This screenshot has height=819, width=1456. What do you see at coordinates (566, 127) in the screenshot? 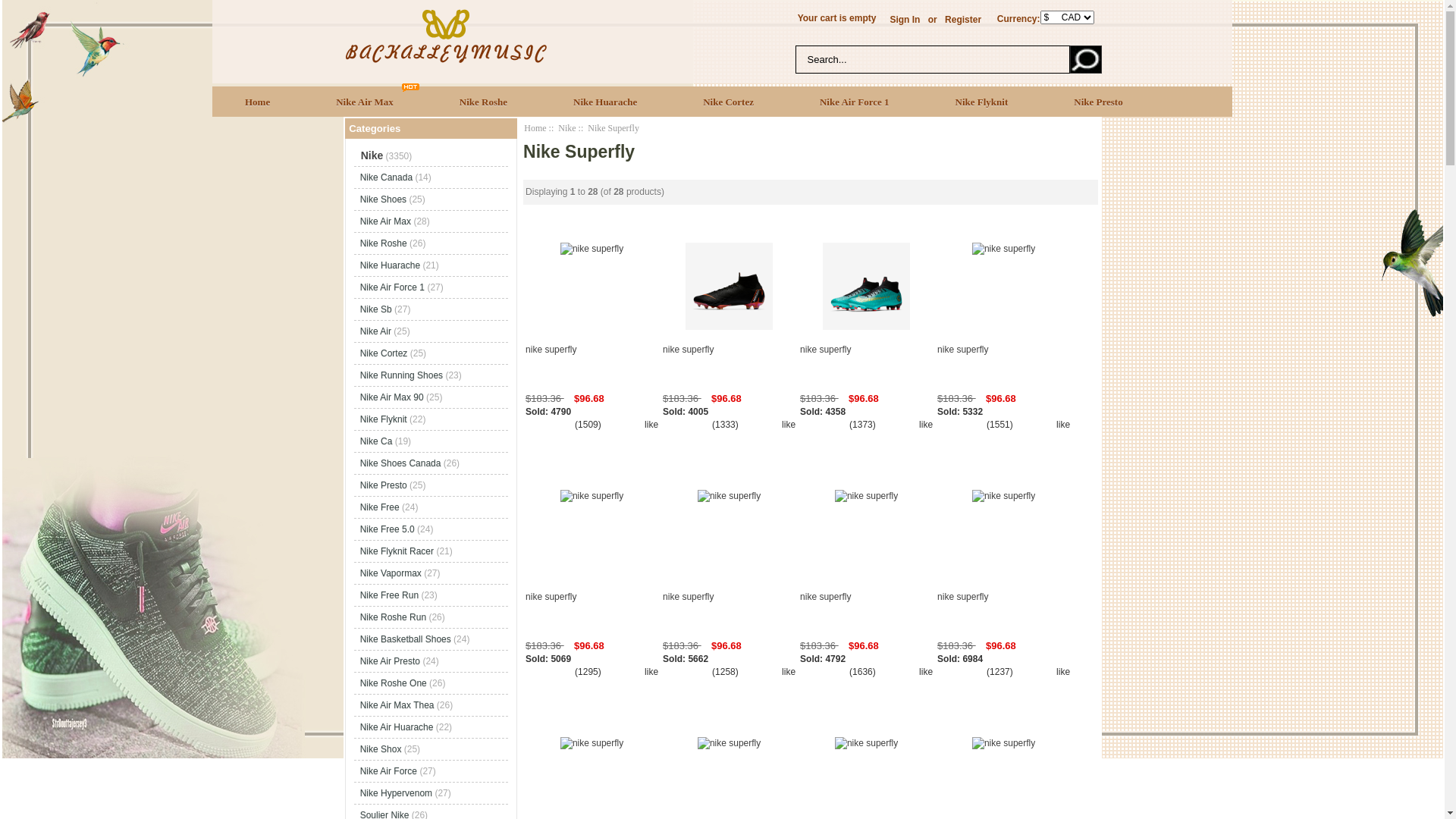
I see `'Nike'` at bounding box center [566, 127].